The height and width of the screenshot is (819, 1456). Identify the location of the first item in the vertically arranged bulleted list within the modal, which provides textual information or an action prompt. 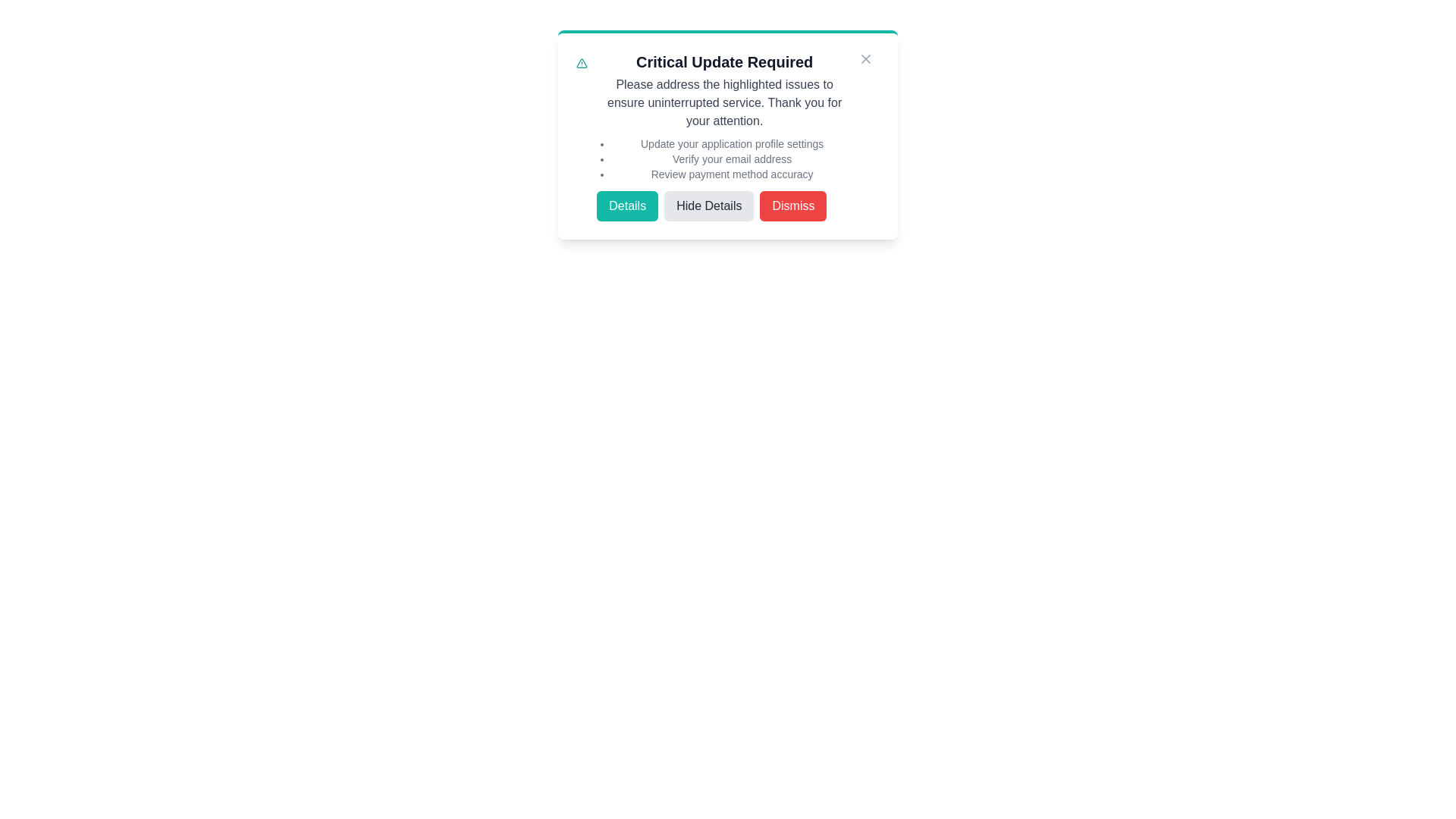
(732, 143).